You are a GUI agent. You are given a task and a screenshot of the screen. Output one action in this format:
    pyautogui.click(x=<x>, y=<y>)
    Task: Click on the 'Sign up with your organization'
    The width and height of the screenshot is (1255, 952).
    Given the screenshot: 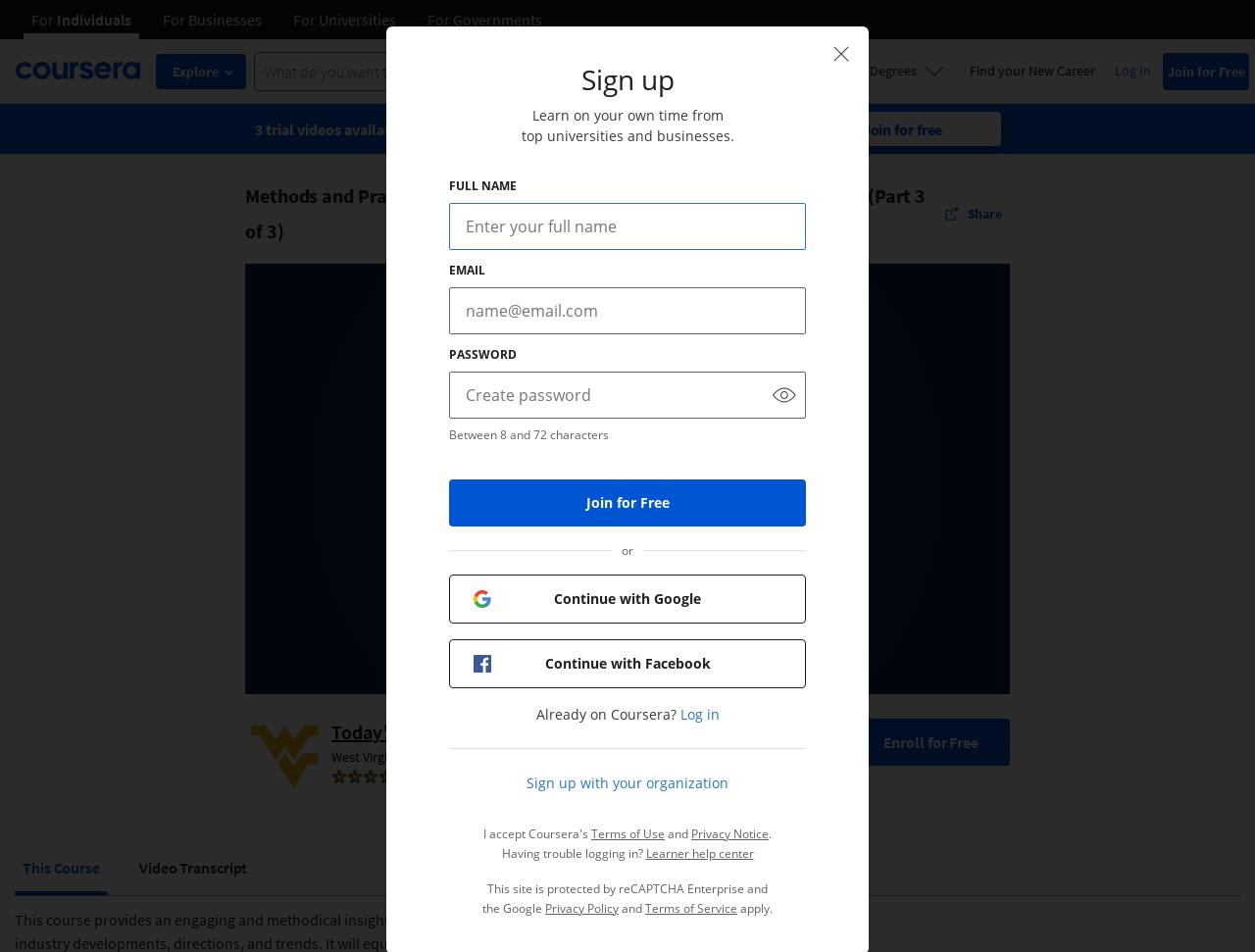 What is the action you would take?
    pyautogui.click(x=627, y=782)
    